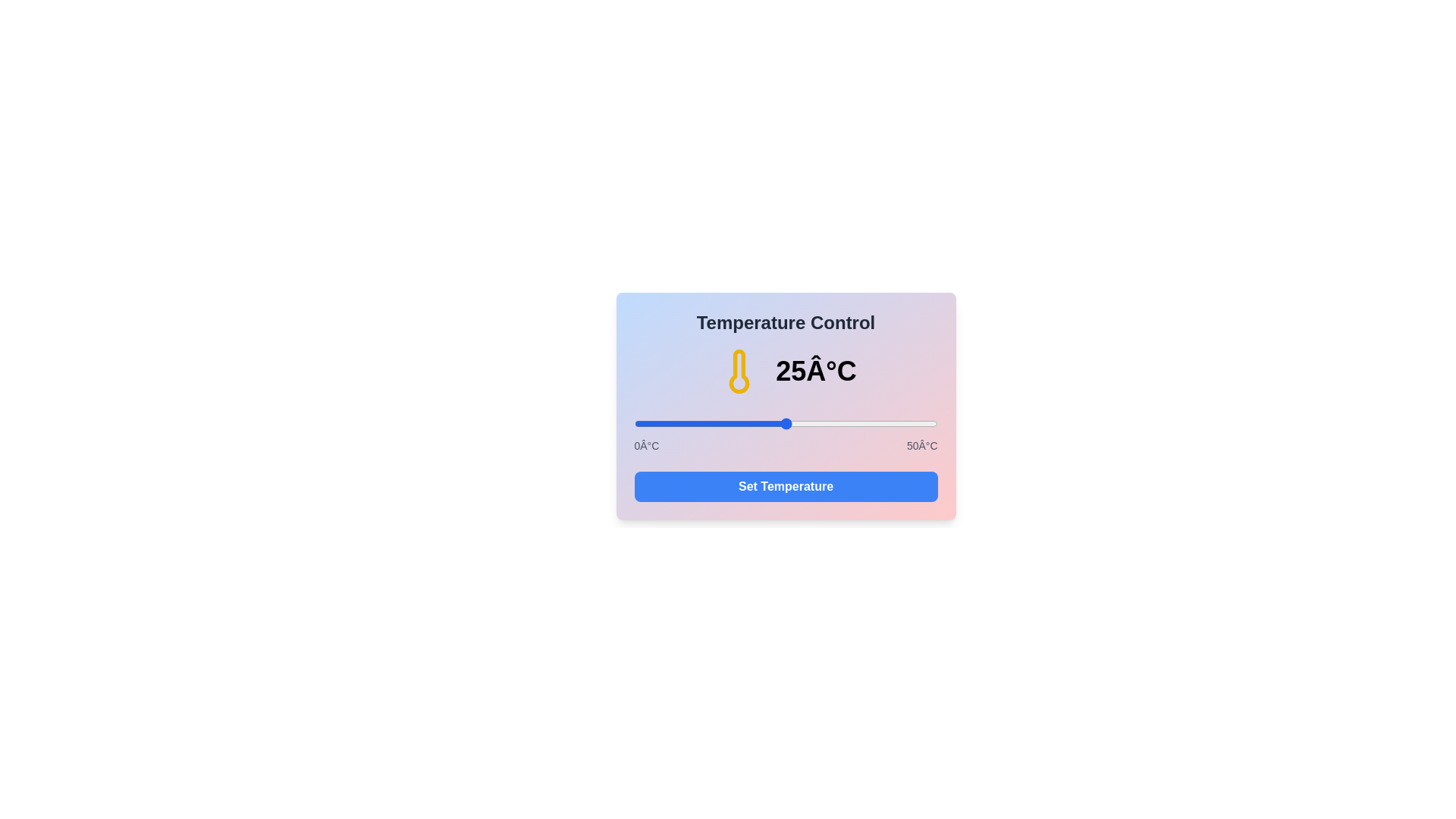 Image resolution: width=1456 pixels, height=819 pixels. I want to click on the temperature slider to 6°C, so click(670, 424).